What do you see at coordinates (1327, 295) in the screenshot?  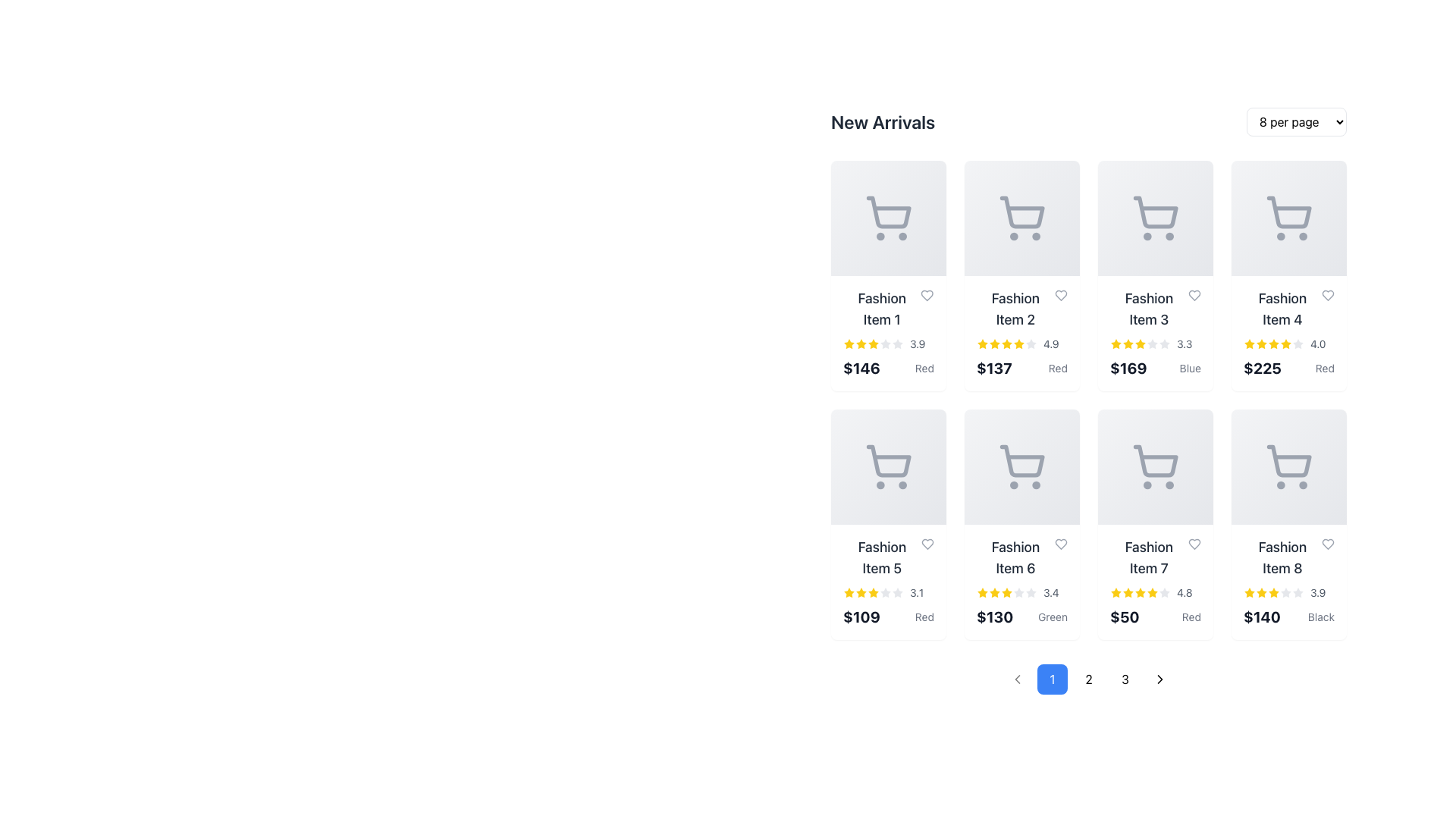 I see `the heart-shaped icon button located in the top-right corner of the product card for 'Fashion Item 4'` at bounding box center [1327, 295].